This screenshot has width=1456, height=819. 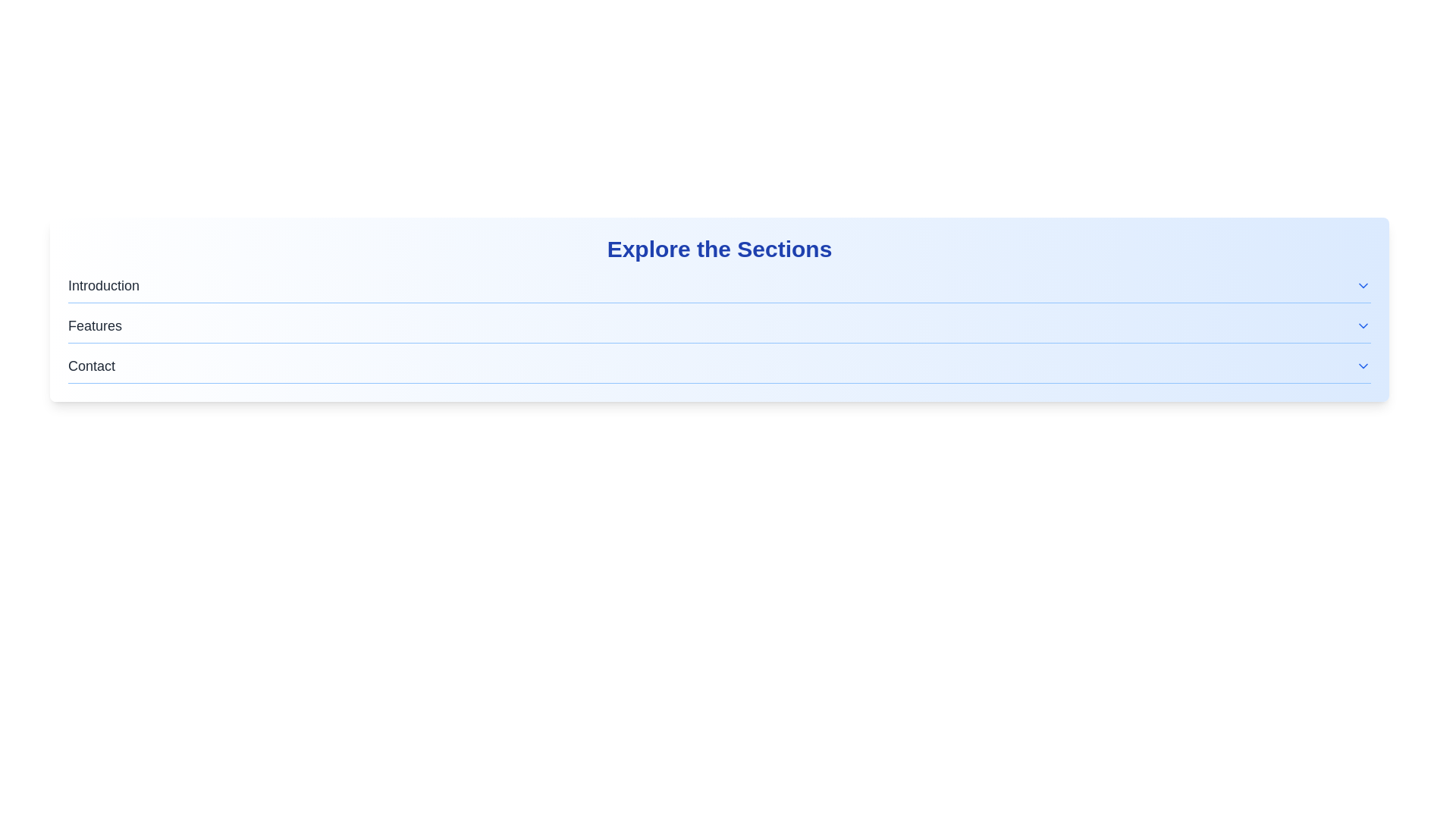 I want to click on the small downward pointing chevron icon styled in blue, located at the end of the 'Contact' row in a dropdown menu, so click(x=1363, y=366).